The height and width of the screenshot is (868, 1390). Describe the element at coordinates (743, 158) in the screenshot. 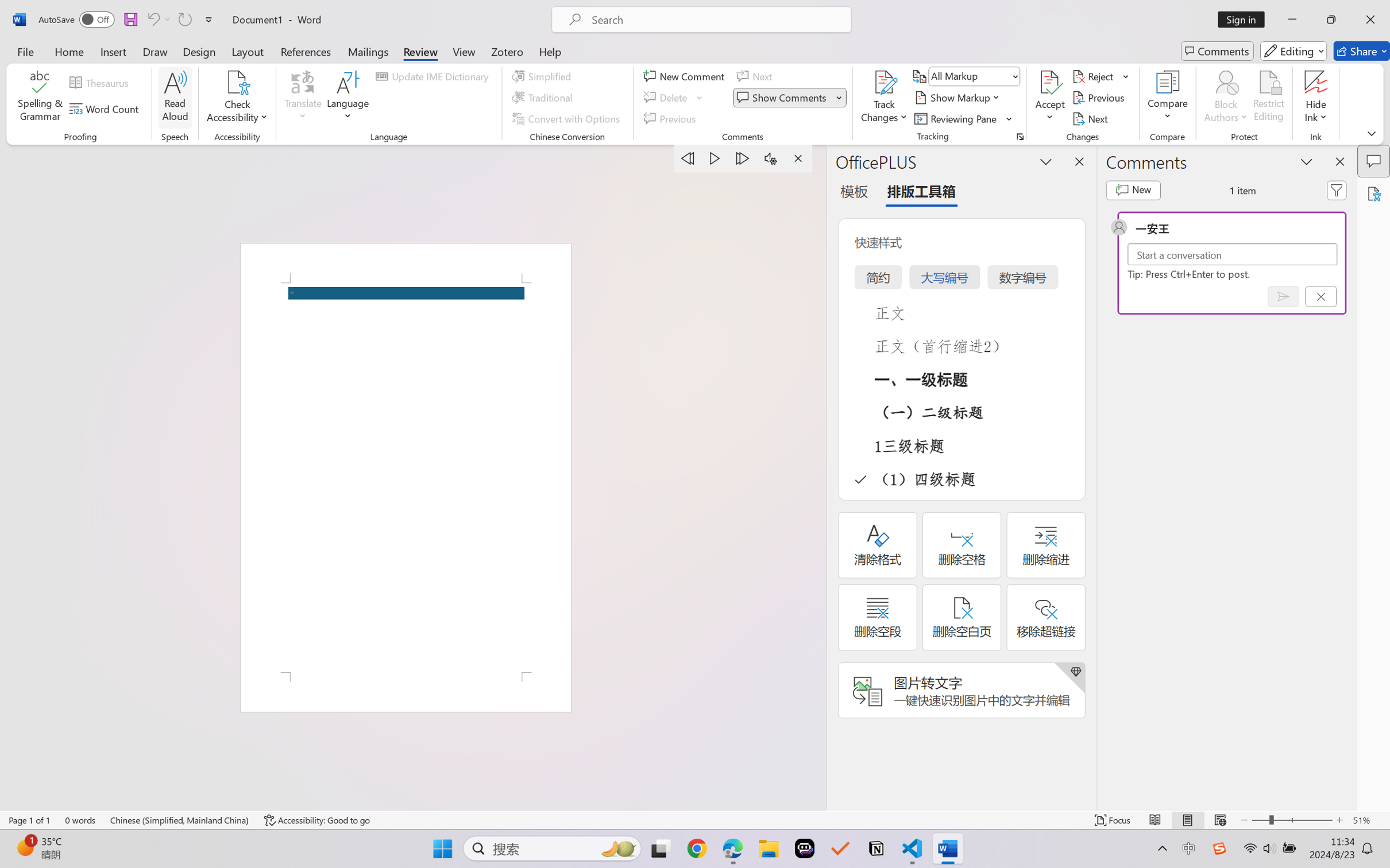

I see `'Next Paragraph'` at that location.